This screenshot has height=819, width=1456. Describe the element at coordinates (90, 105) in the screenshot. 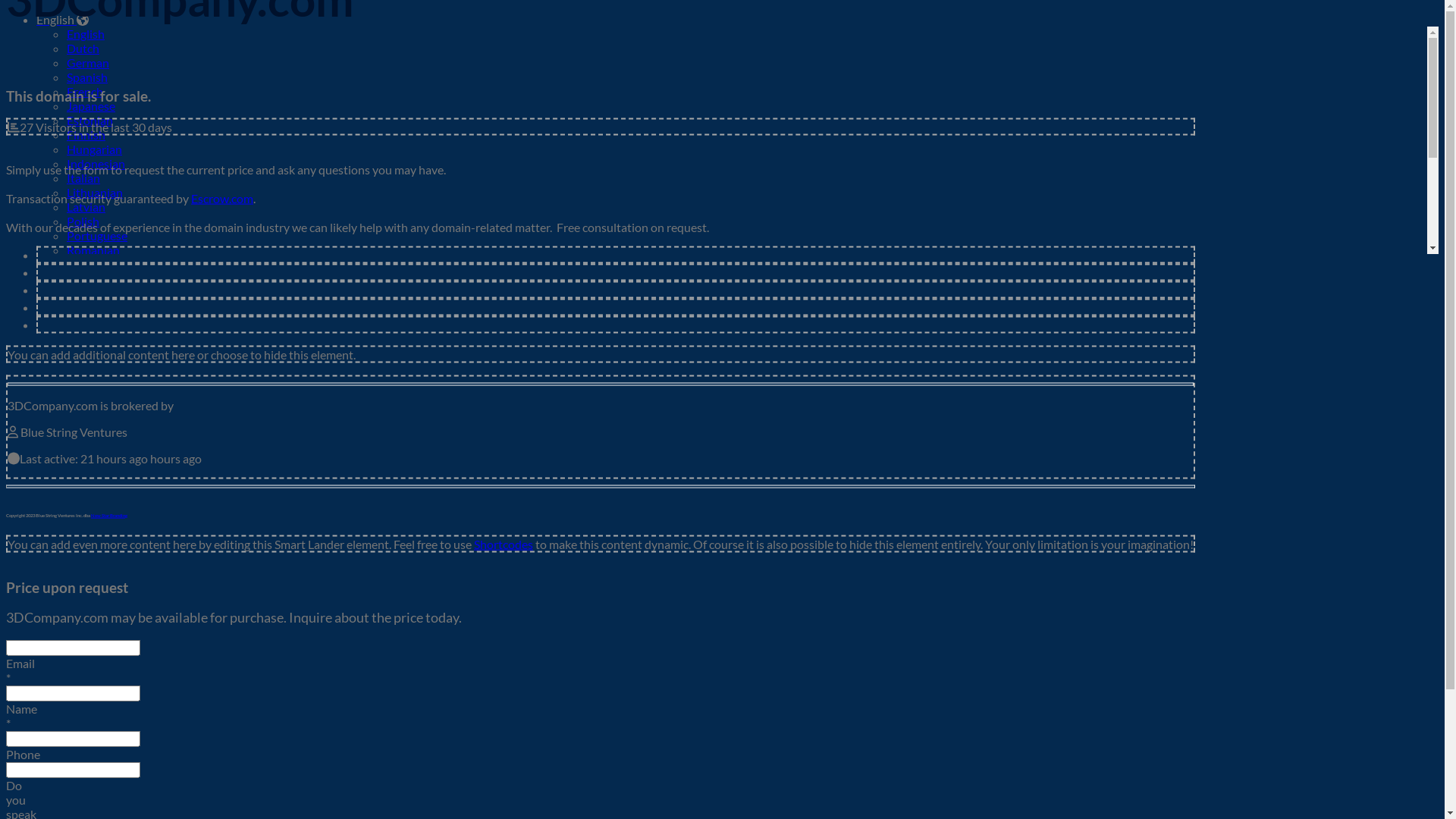

I see `'Japanese'` at that location.